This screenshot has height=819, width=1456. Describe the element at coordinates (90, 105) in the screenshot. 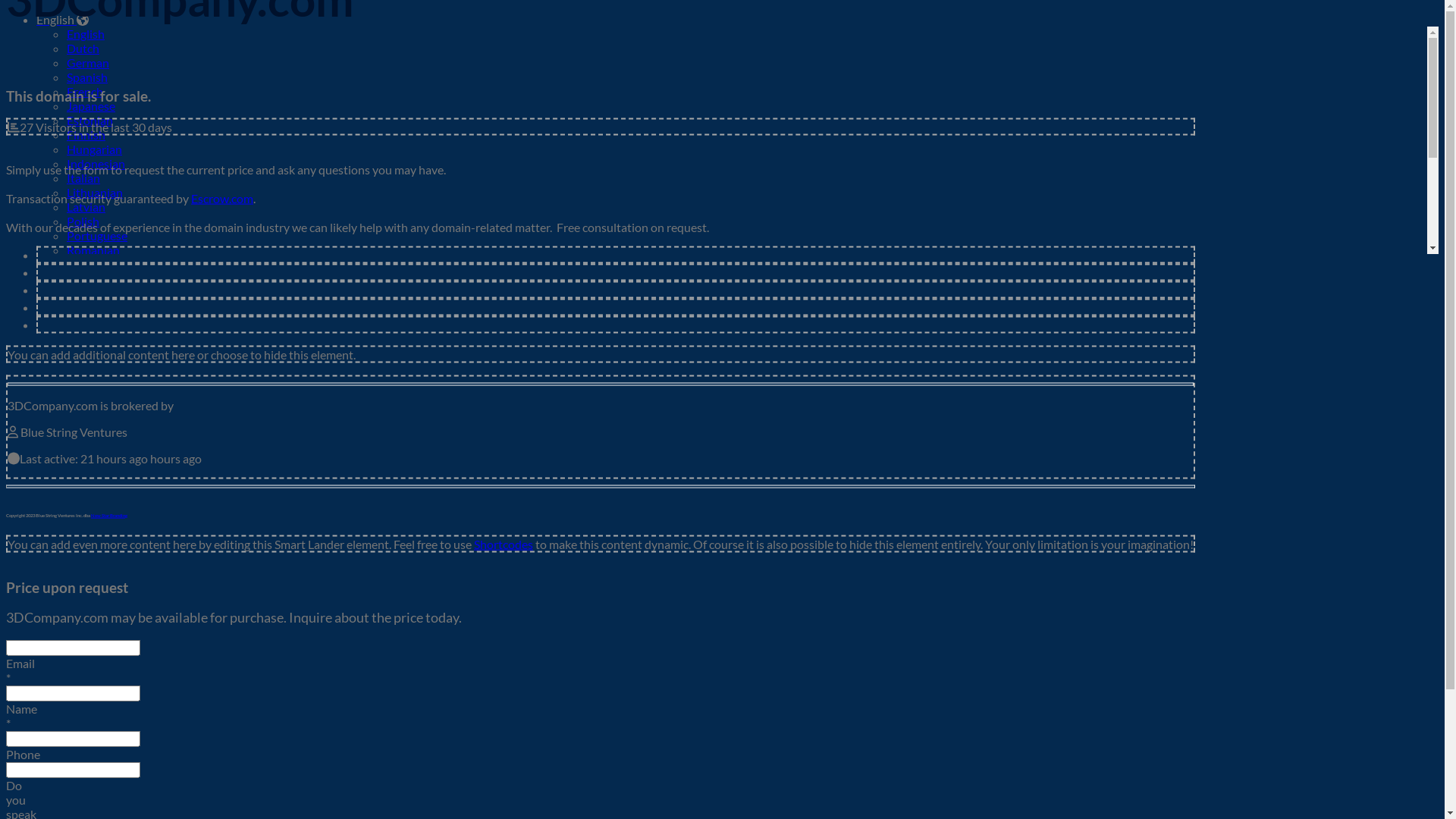

I see `'Japanese'` at that location.